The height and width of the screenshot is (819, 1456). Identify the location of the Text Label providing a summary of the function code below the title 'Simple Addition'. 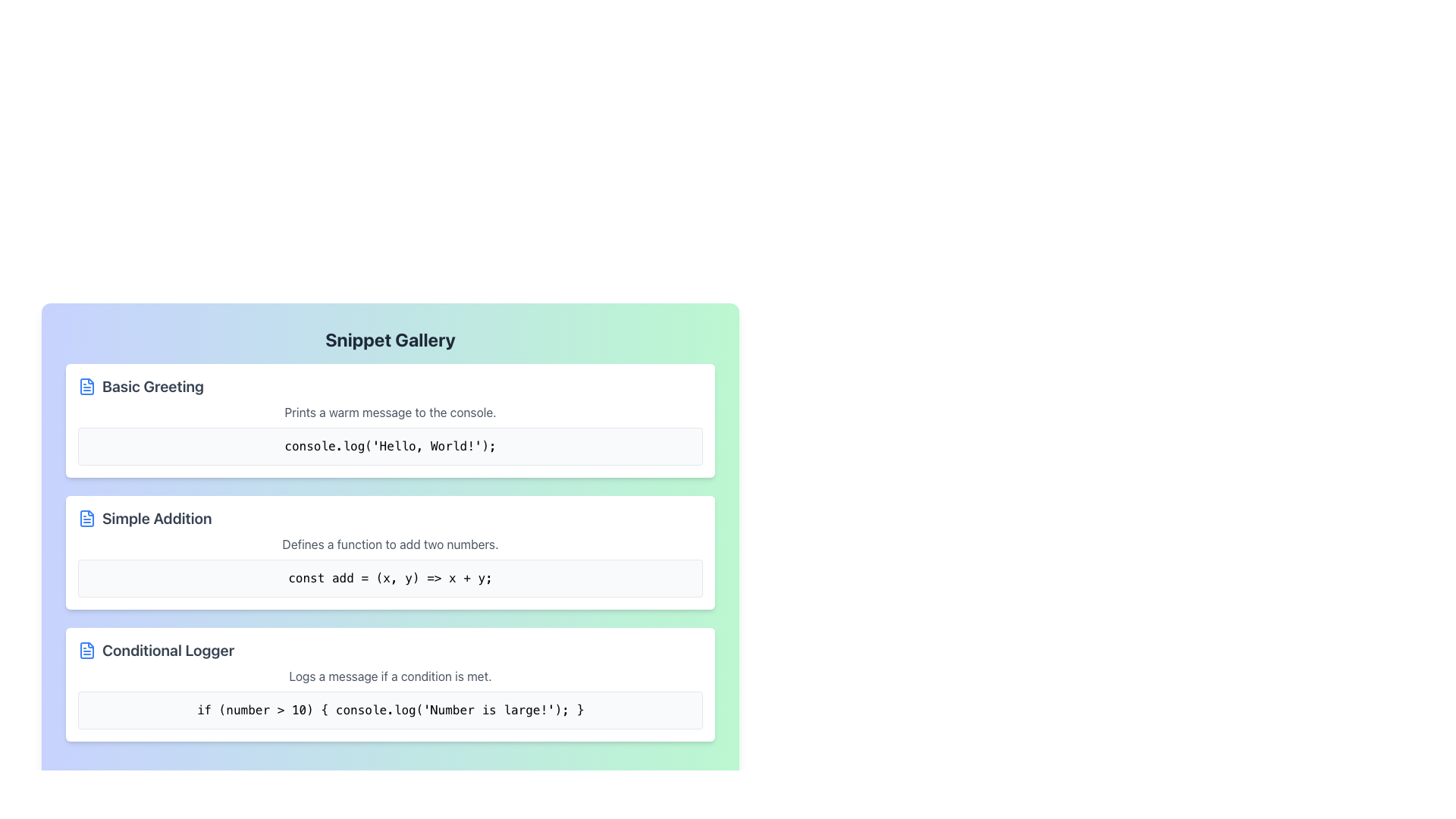
(390, 543).